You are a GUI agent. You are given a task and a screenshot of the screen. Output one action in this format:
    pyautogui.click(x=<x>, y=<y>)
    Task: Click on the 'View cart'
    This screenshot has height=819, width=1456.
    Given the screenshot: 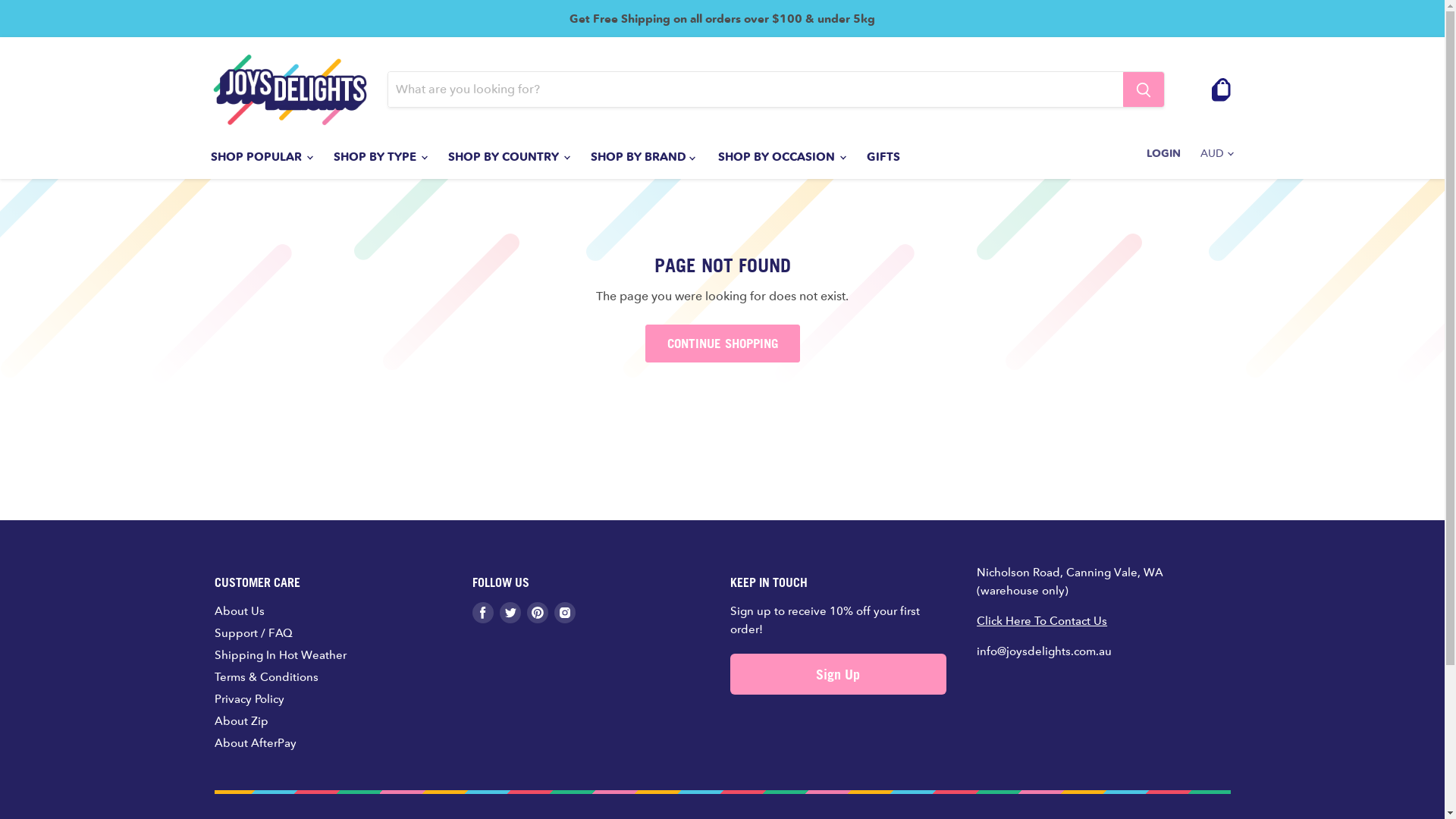 What is the action you would take?
    pyautogui.click(x=1221, y=89)
    